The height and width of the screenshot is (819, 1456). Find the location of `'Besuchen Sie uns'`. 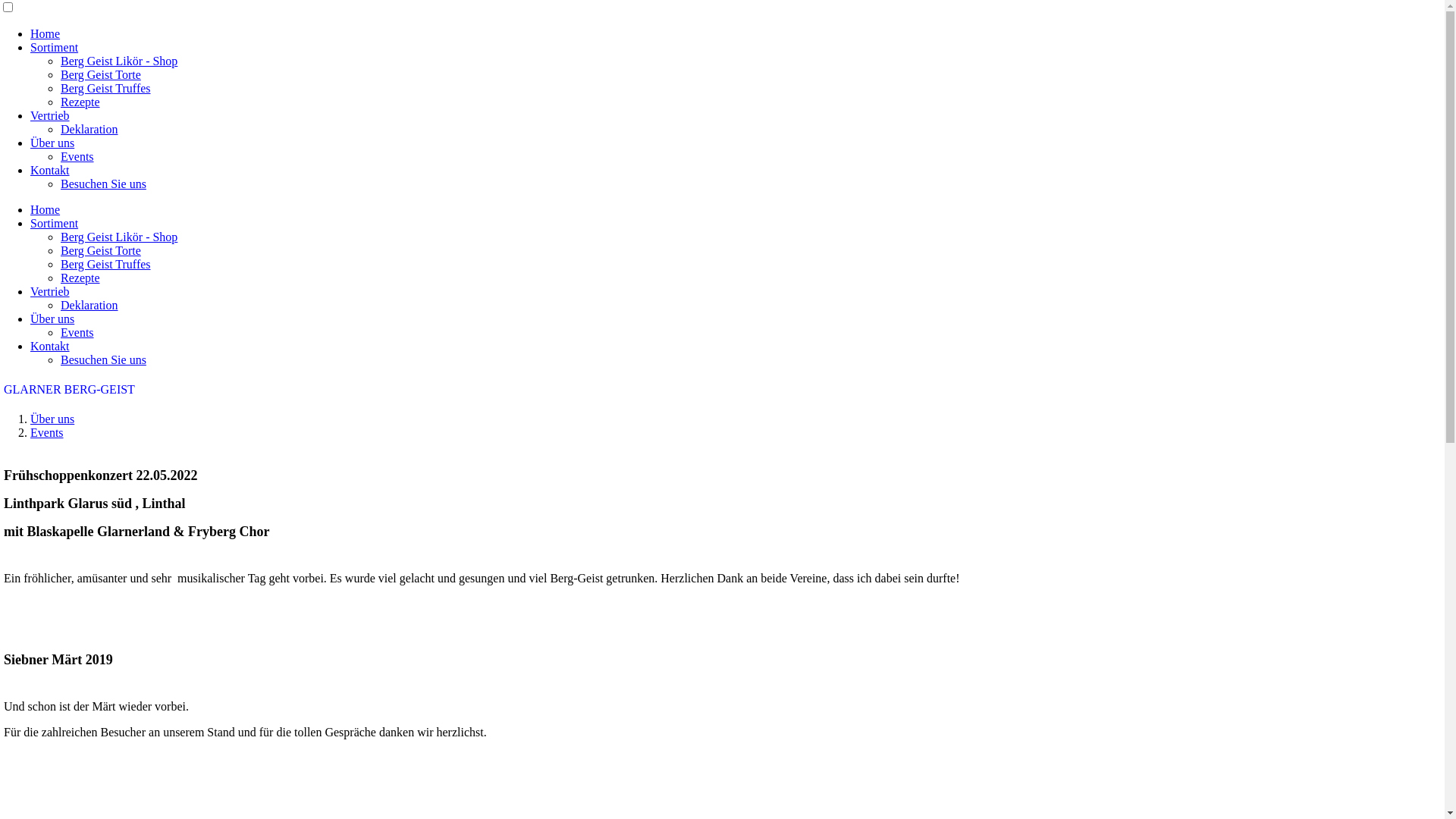

'Besuchen Sie uns' is located at coordinates (102, 183).